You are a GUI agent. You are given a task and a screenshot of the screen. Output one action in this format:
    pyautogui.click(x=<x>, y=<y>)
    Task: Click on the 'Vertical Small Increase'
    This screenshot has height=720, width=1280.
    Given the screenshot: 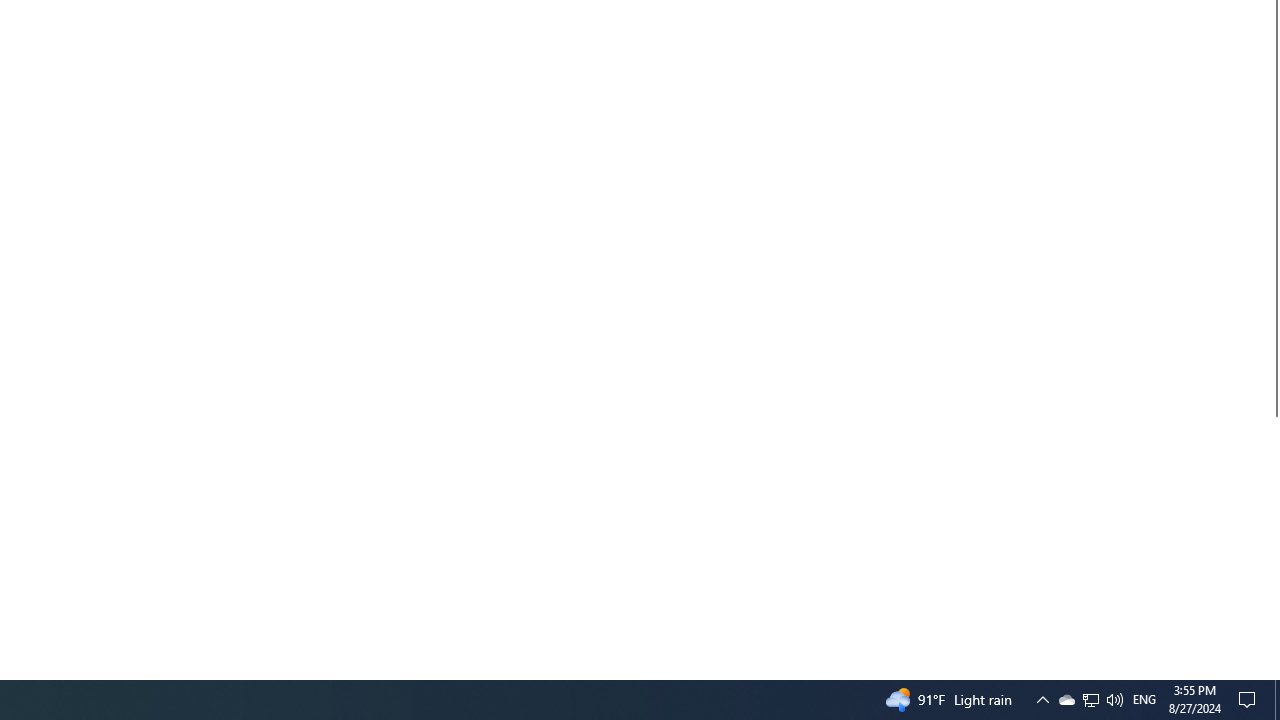 What is the action you would take?
    pyautogui.click(x=1271, y=671)
    